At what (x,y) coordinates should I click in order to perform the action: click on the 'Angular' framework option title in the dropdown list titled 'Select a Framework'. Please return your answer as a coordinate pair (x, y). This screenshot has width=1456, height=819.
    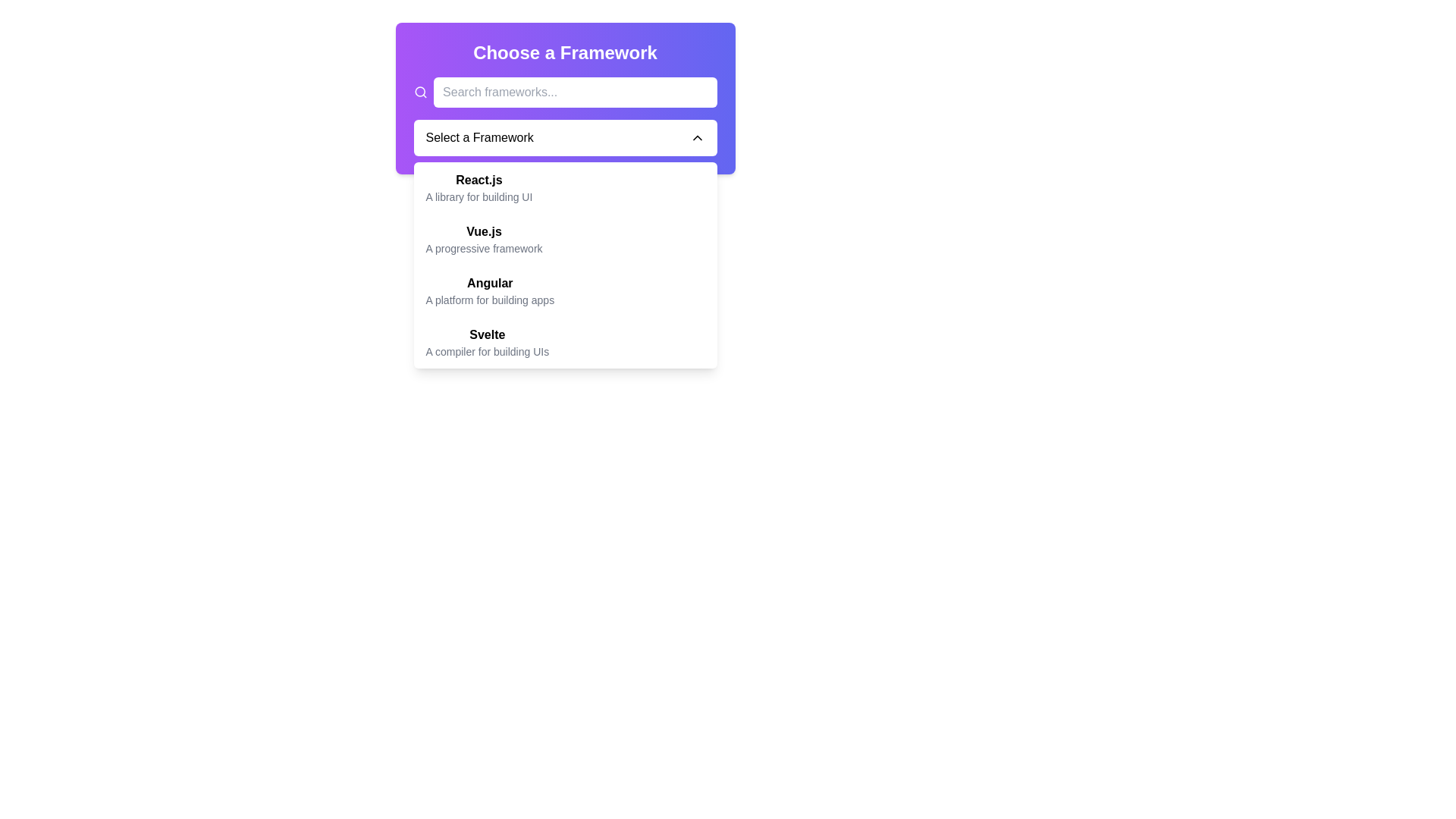
    Looking at the image, I should click on (490, 283).